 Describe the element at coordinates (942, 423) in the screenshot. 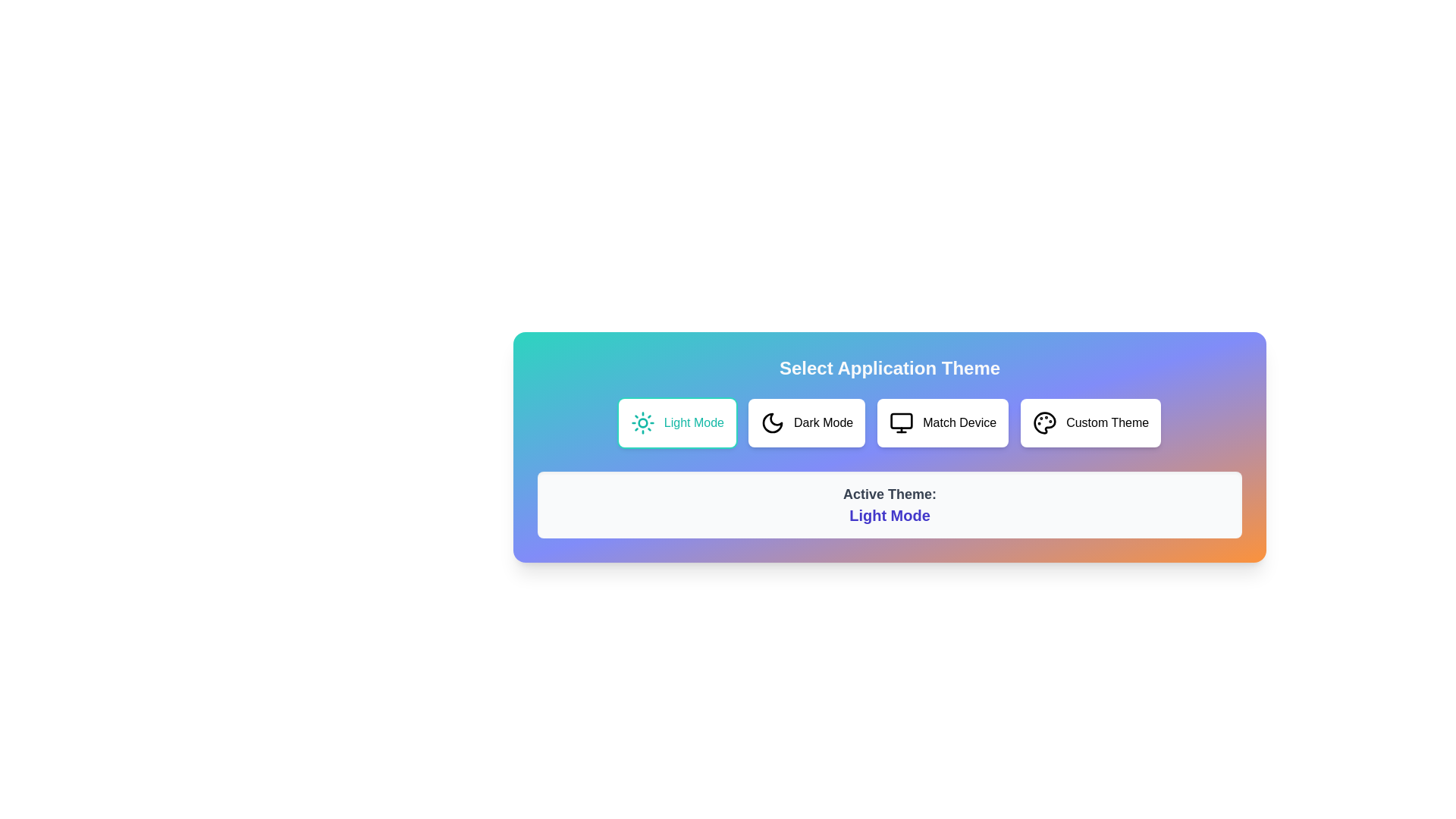

I see `the button corresponding to the theme Match Device` at that location.